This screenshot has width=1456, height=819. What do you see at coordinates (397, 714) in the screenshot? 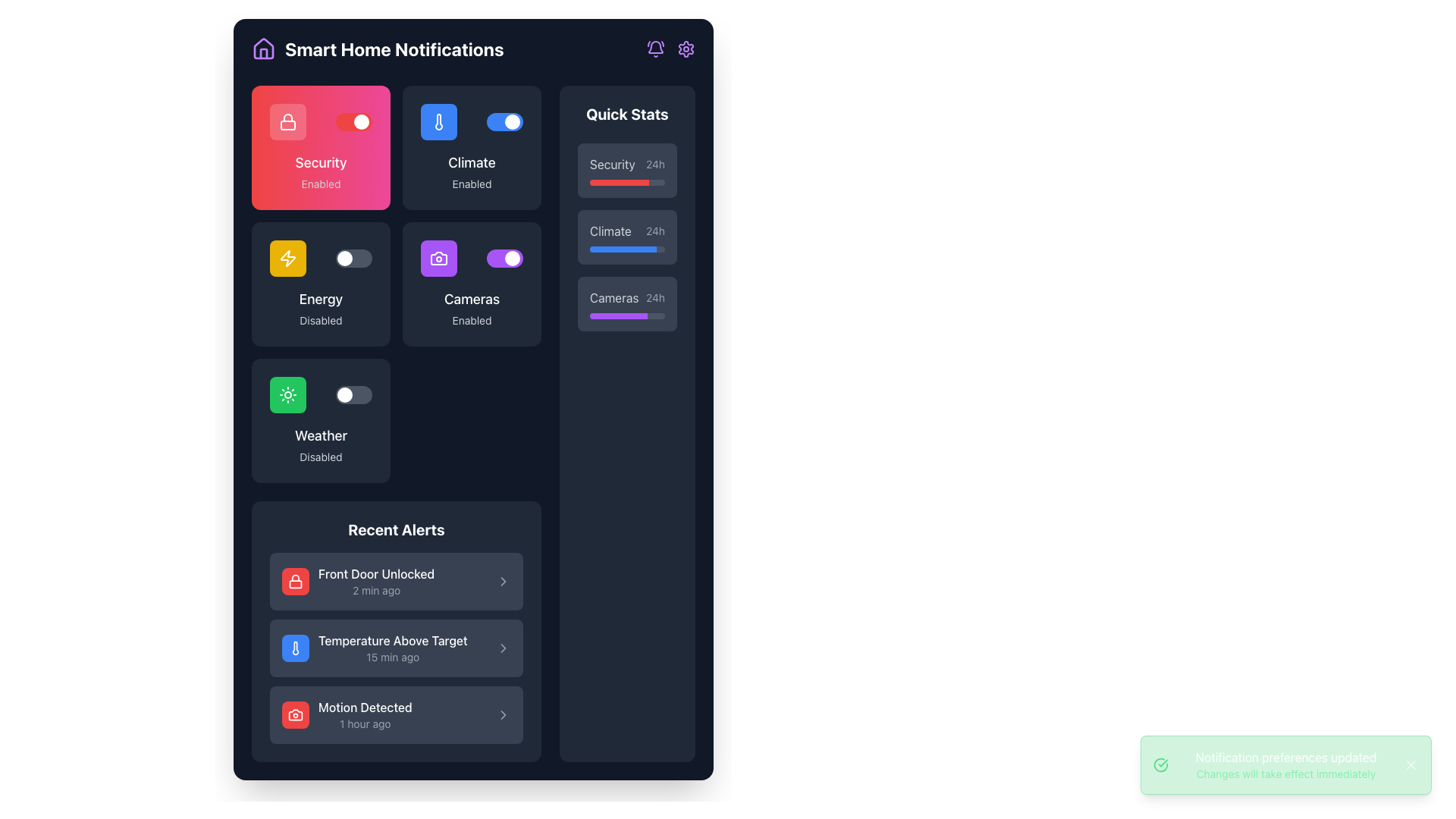
I see `the Notification block displaying 'Motion Detected'` at bounding box center [397, 714].